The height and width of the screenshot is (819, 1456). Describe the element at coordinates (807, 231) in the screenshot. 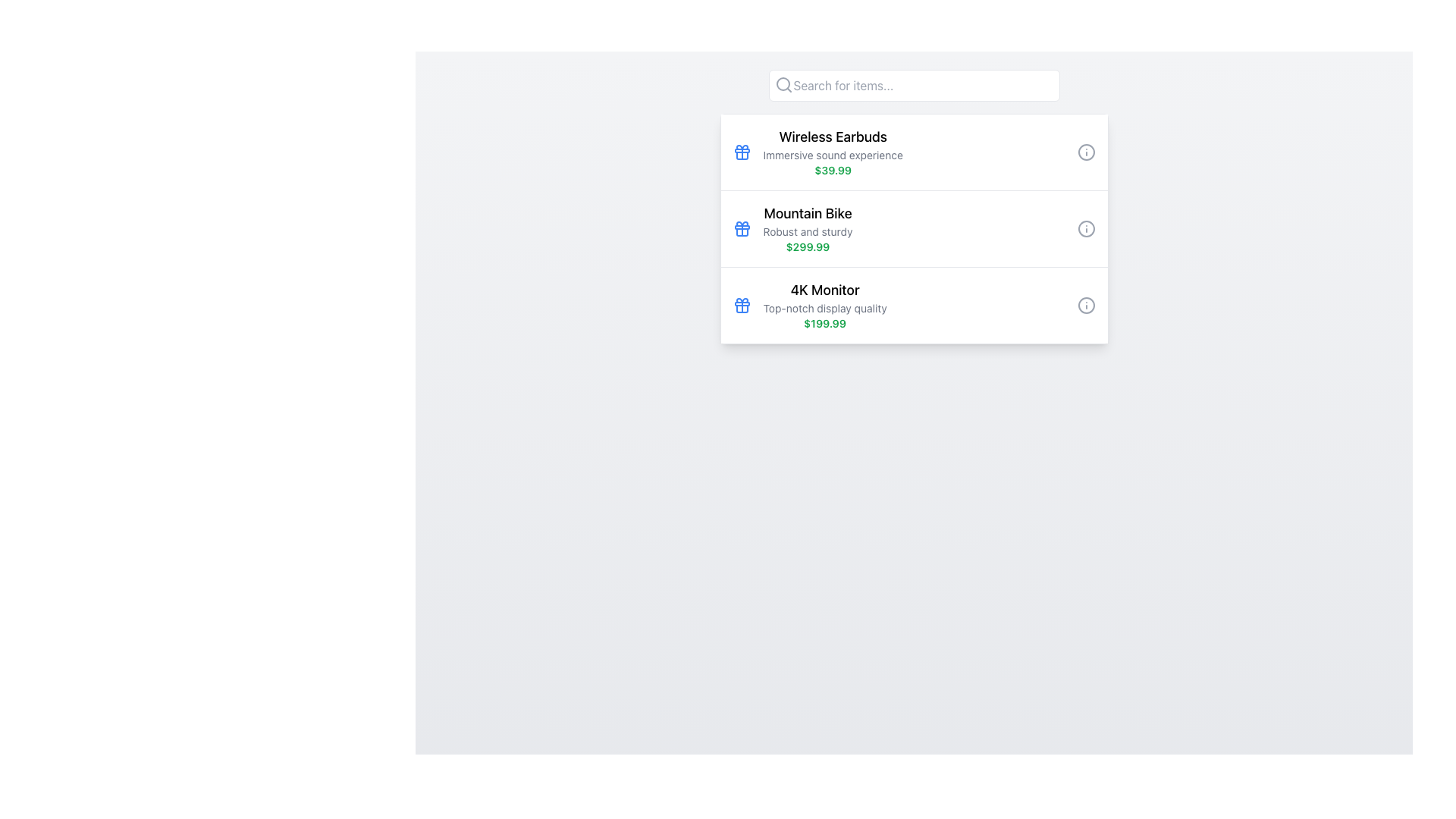

I see `the static text label providing details about 'Mountain Bike', which is positioned below the title and above the price in the UI` at that location.